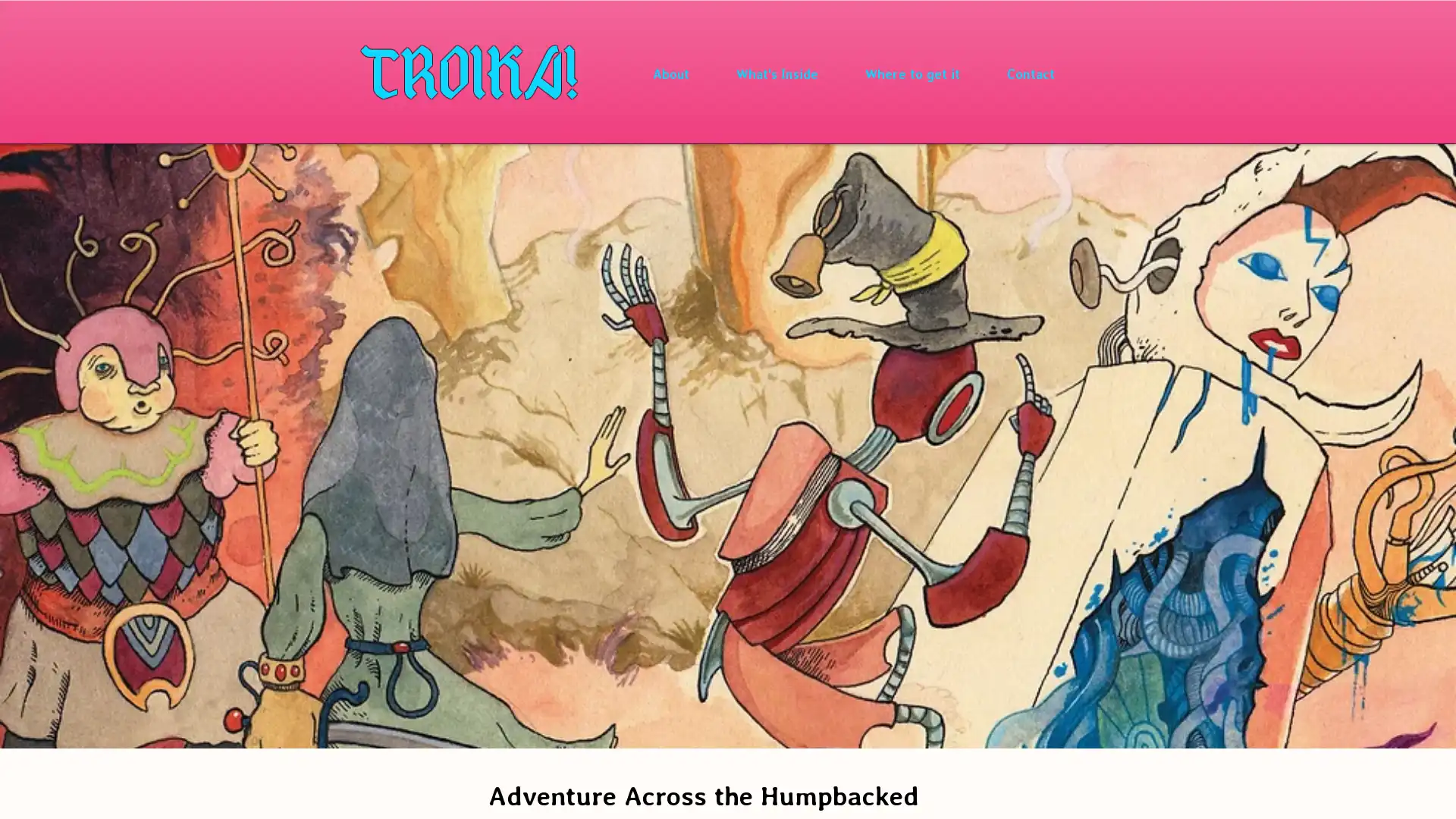 The height and width of the screenshot is (819, 1456). What do you see at coordinates (1388, 792) in the screenshot?
I see `Accept` at bounding box center [1388, 792].